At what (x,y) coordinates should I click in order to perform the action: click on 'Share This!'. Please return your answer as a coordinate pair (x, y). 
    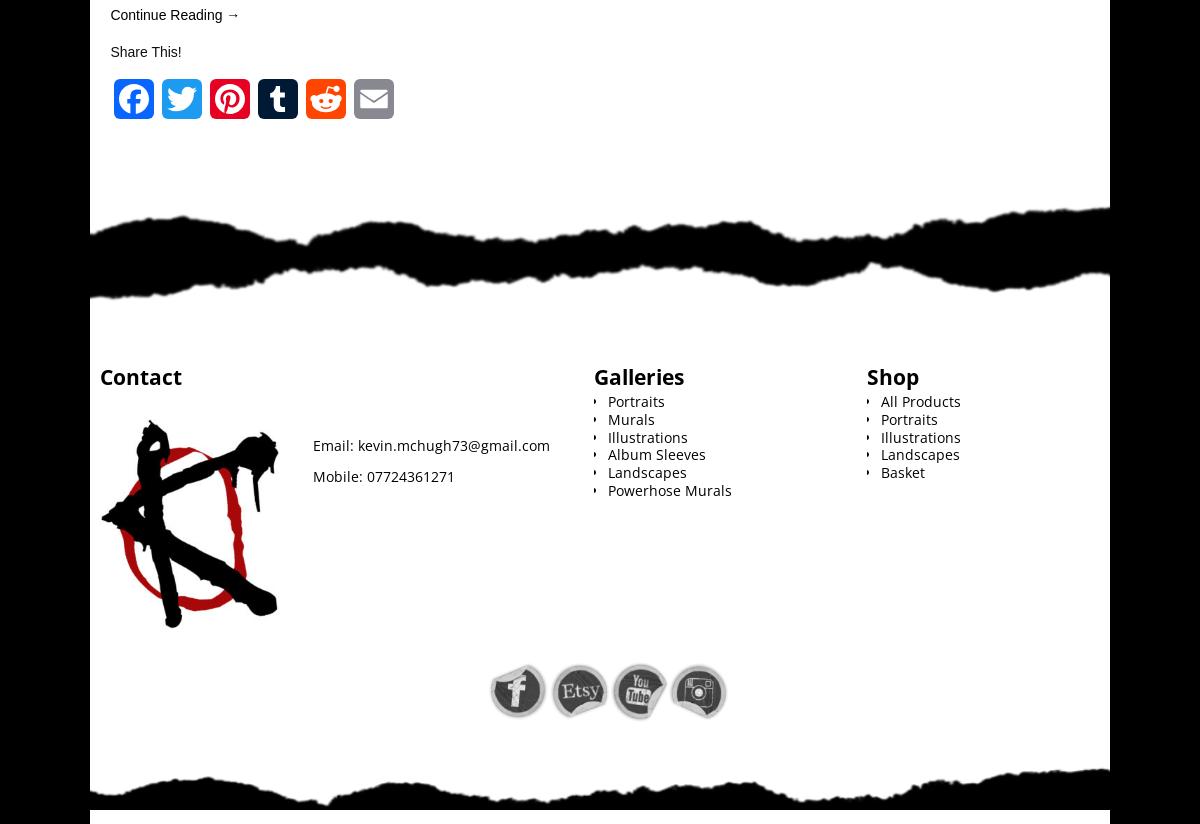
    Looking at the image, I should click on (145, 51).